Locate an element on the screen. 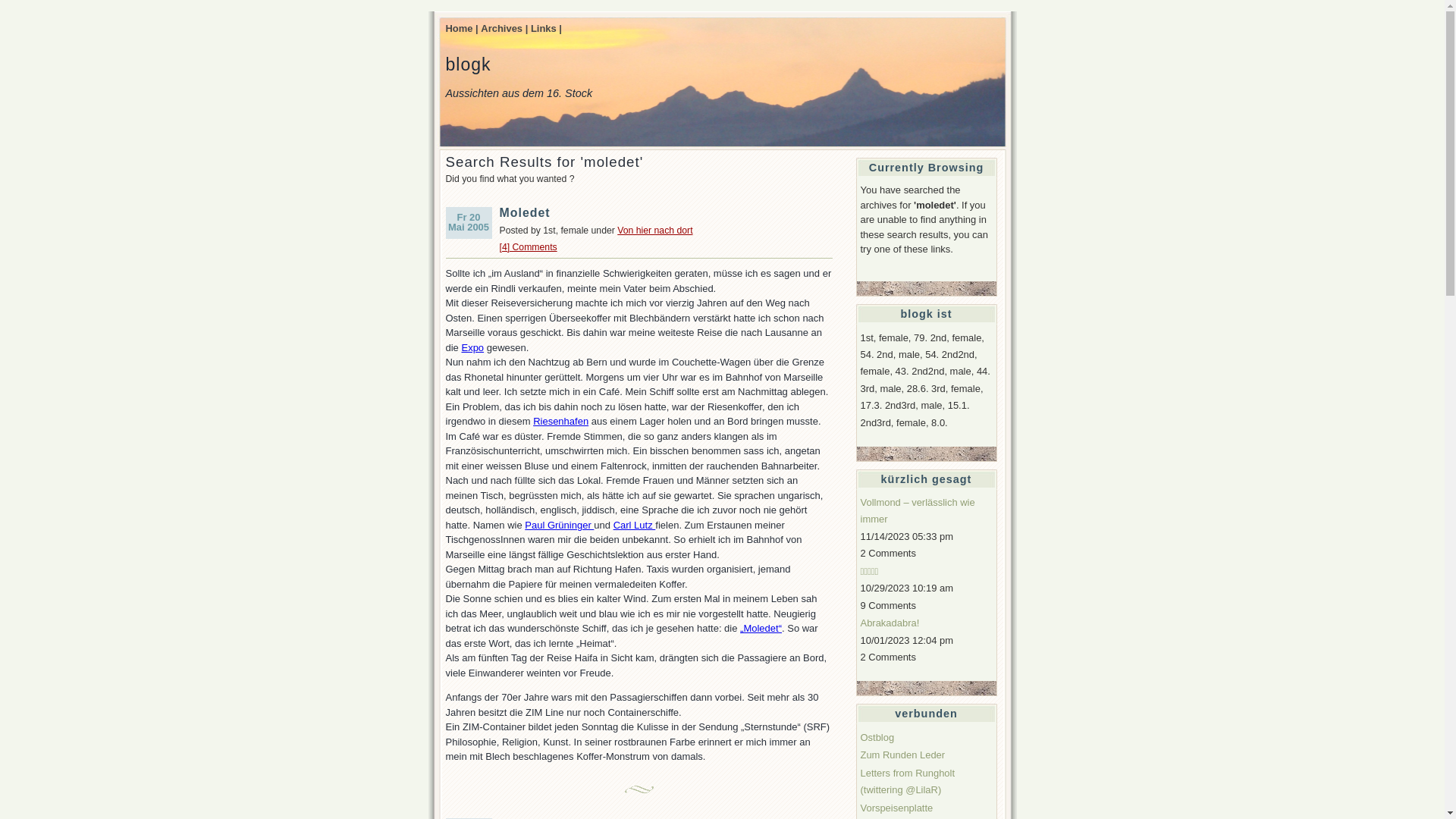 Image resolution: width=1456 pixels, height=819 pixels. 'Letters from Rungholt (twittering @LilaR)' is located at coordinates (907, 781).